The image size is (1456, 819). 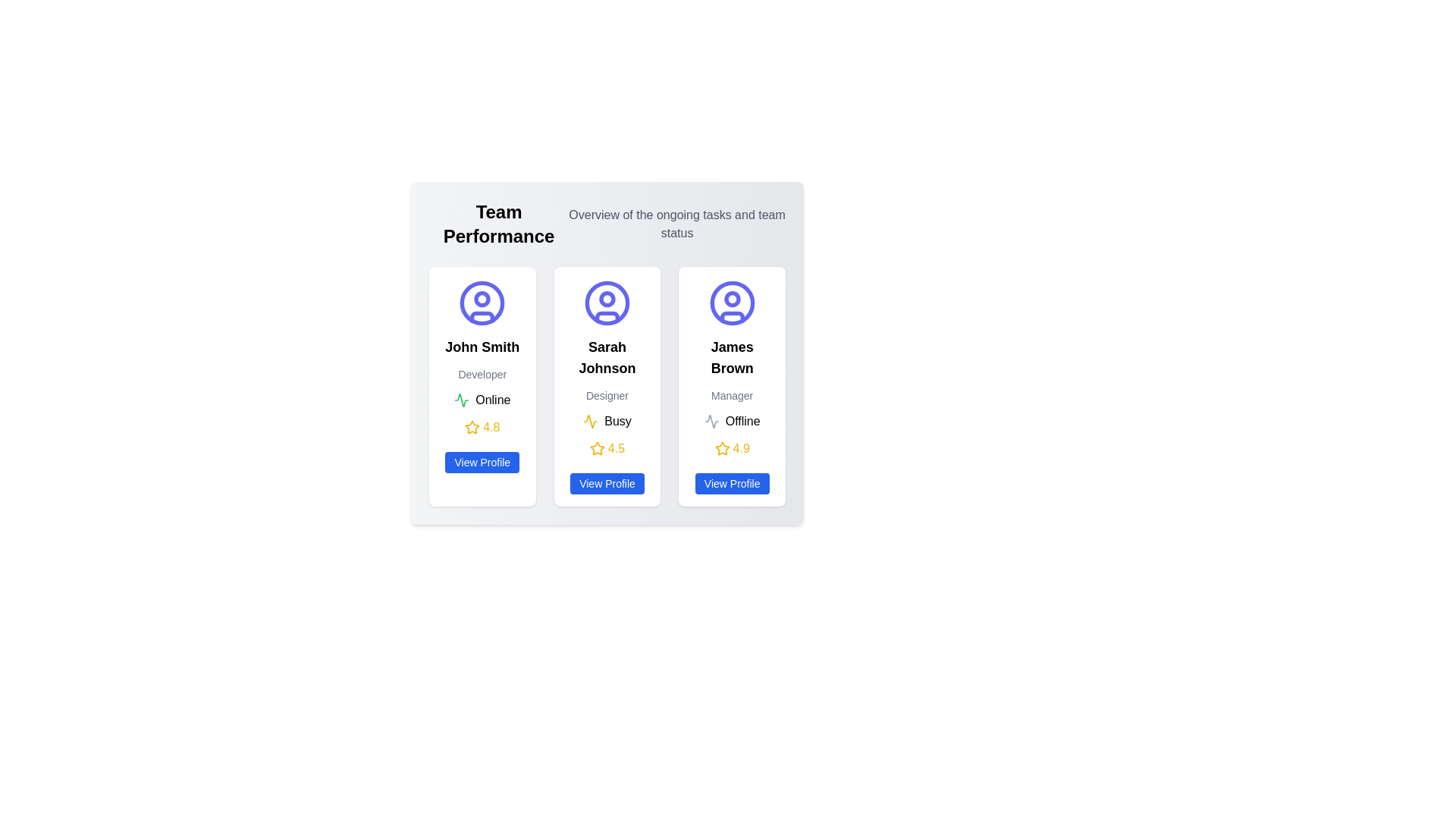 What do you see at coordinates (618, 421) in the screenshot?
I see `the 'Busy' text label indicating the user's current status, if interactivity is enabled` at bounding box center [618, 421].